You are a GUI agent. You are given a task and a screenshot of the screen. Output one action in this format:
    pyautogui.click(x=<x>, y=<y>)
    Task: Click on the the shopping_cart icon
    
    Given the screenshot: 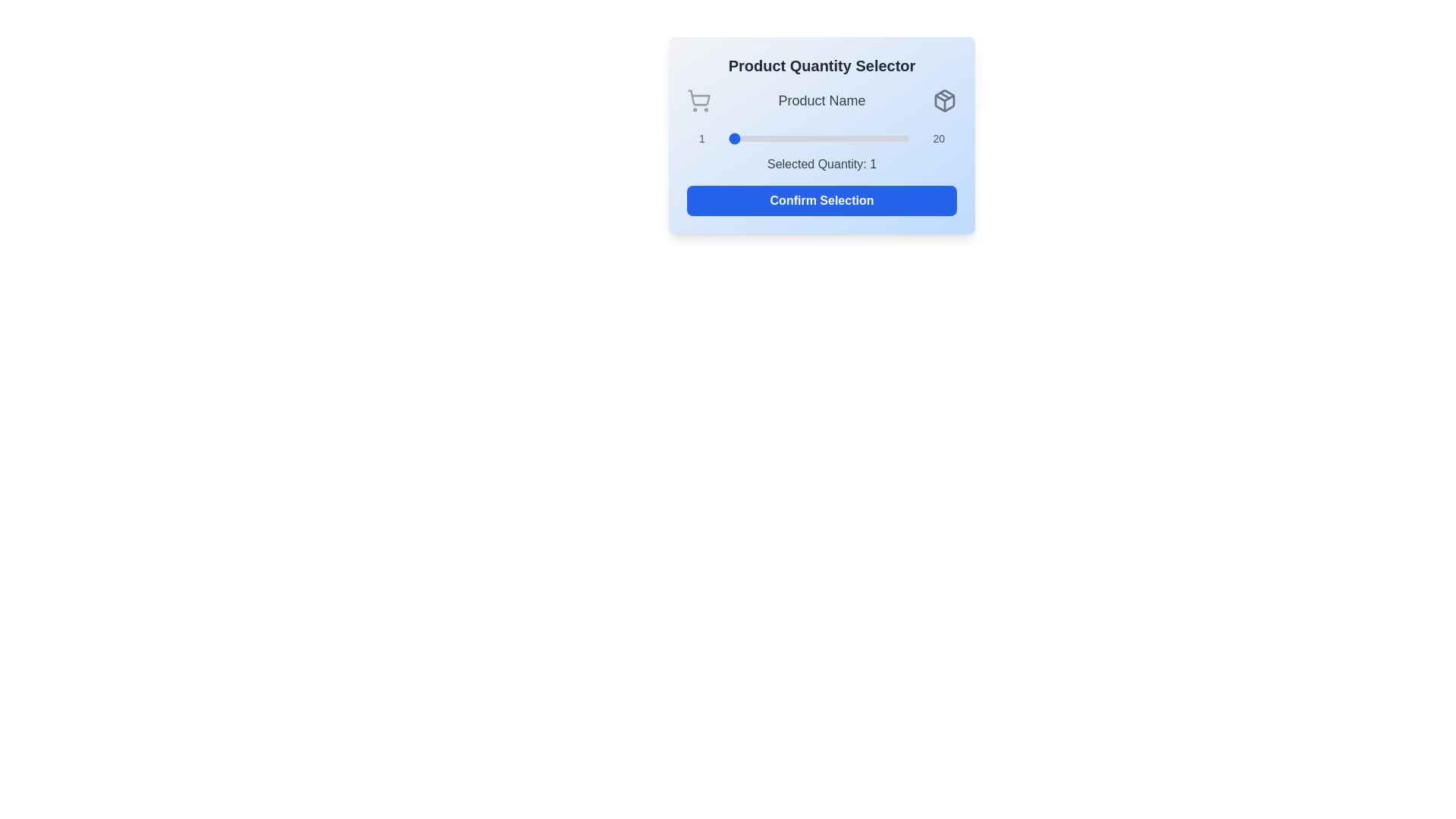 What is the action you would take?
    pyautogui.click(x=698, y=100)
    